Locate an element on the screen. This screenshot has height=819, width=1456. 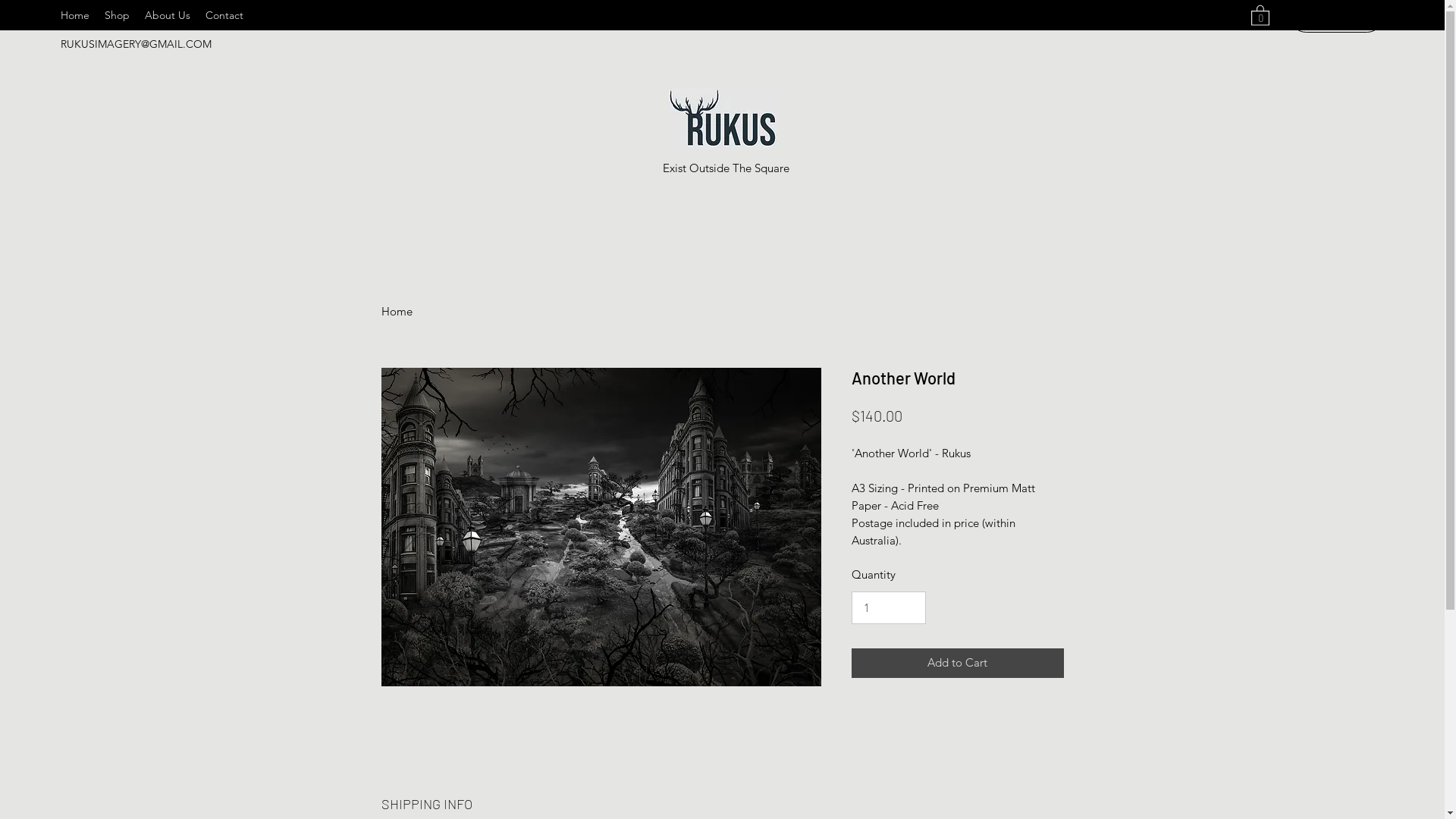
'Shop' is located at coordinates (116, 14).